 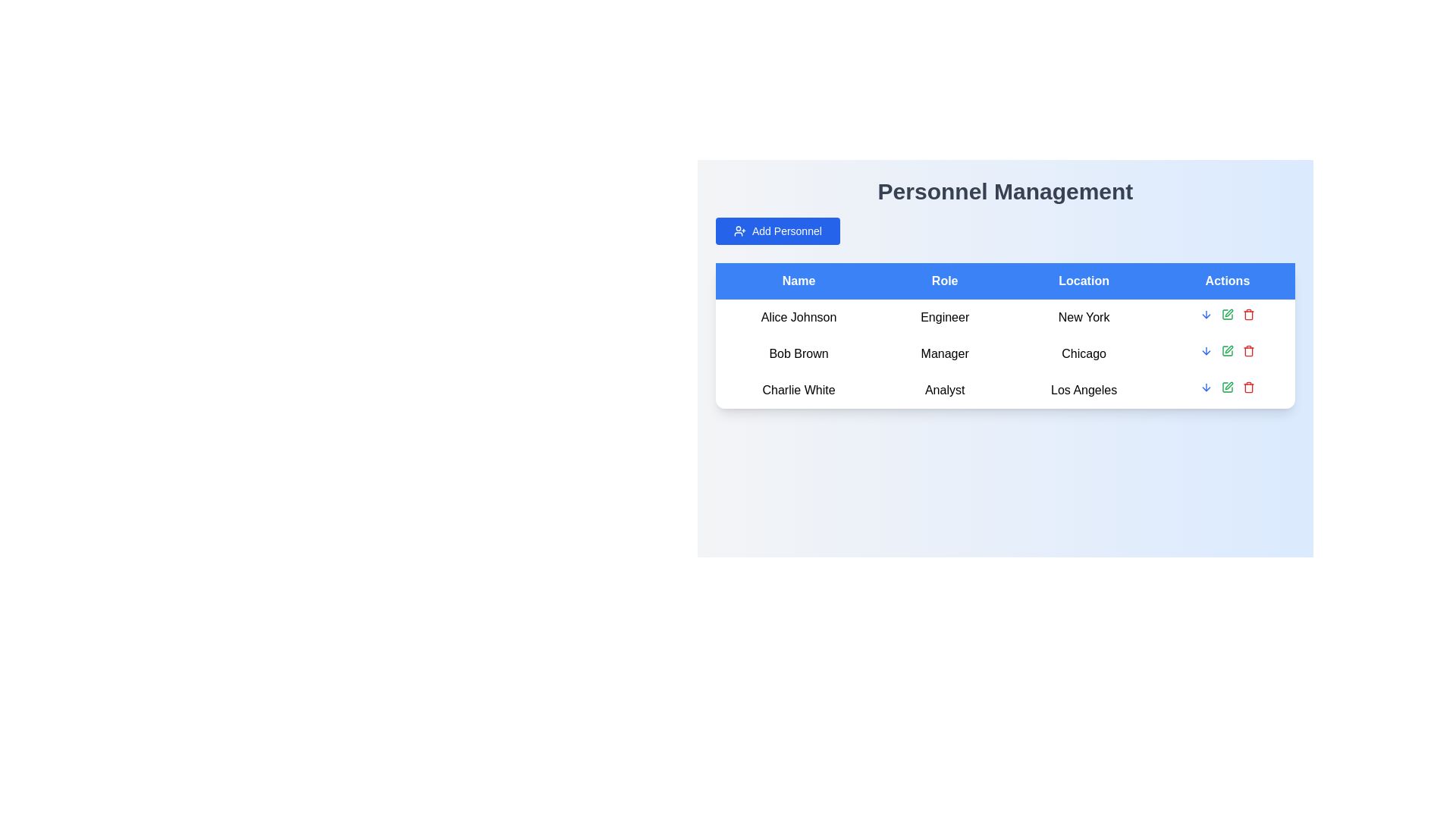 What do you see at coordinates (1083, 390) in the screenshot?
I see `the table cell containing the location information 'Los Angeles' for the entity 'Charlie White' in the 'Location' column` at bounding box center [1083, 390].